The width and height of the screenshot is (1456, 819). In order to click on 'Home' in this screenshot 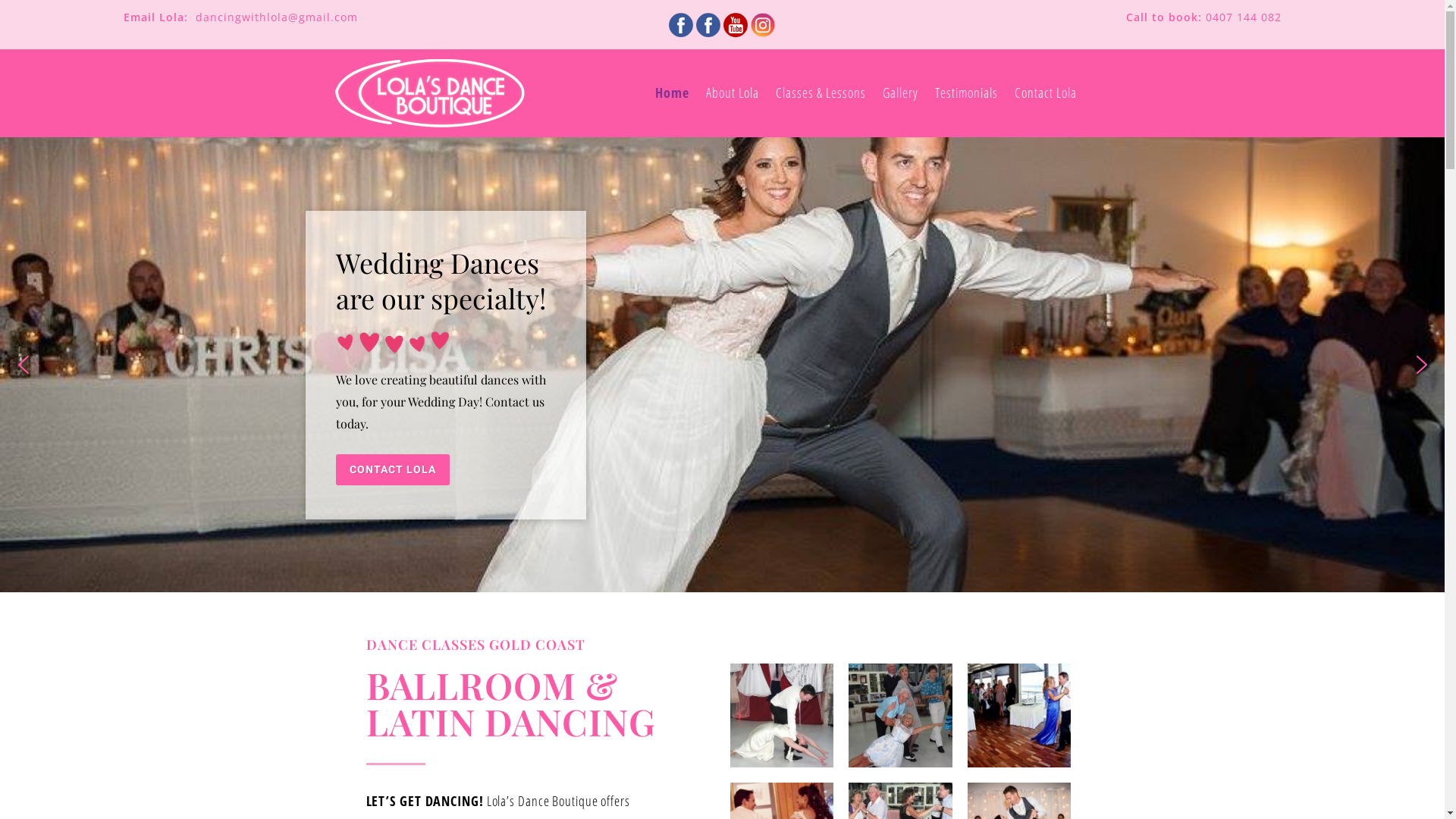, I will do `click(671, 93)`.